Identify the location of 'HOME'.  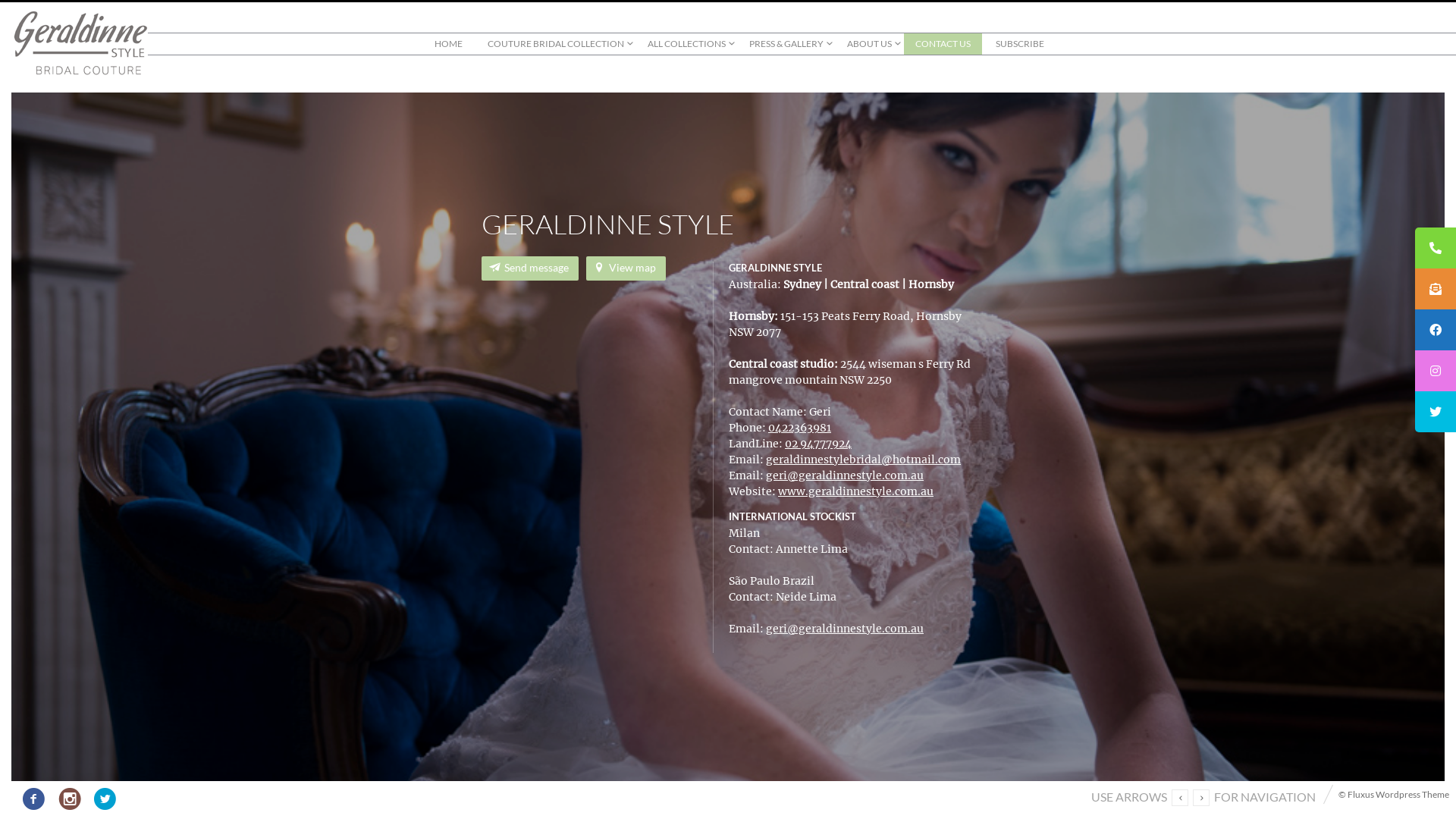
(422, 42).